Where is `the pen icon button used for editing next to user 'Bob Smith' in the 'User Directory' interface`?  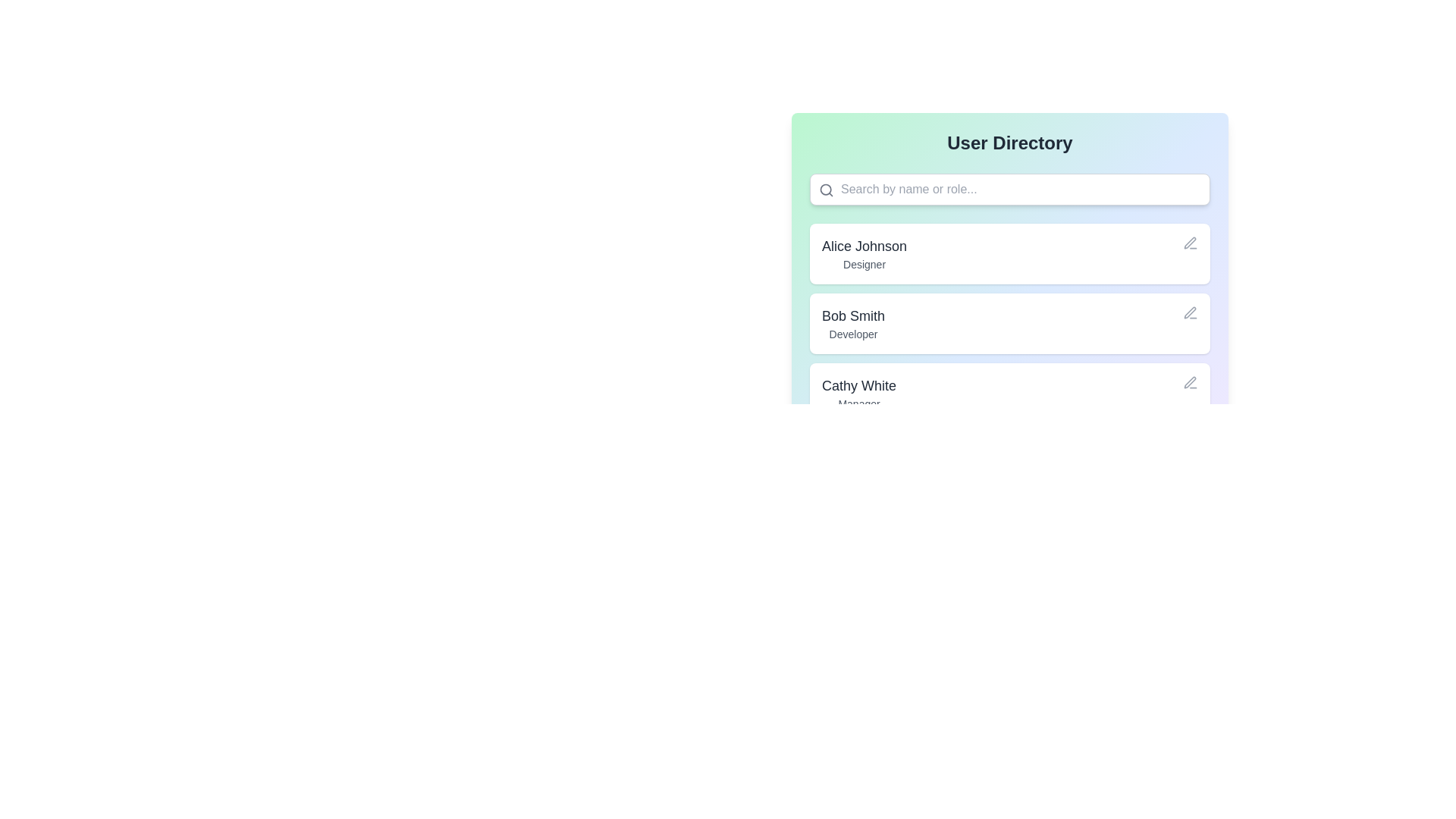
the pen icon button used for editing next to user 'Bob Smith' in the 'User Directory' interface is located at coordinates (1189, 242).